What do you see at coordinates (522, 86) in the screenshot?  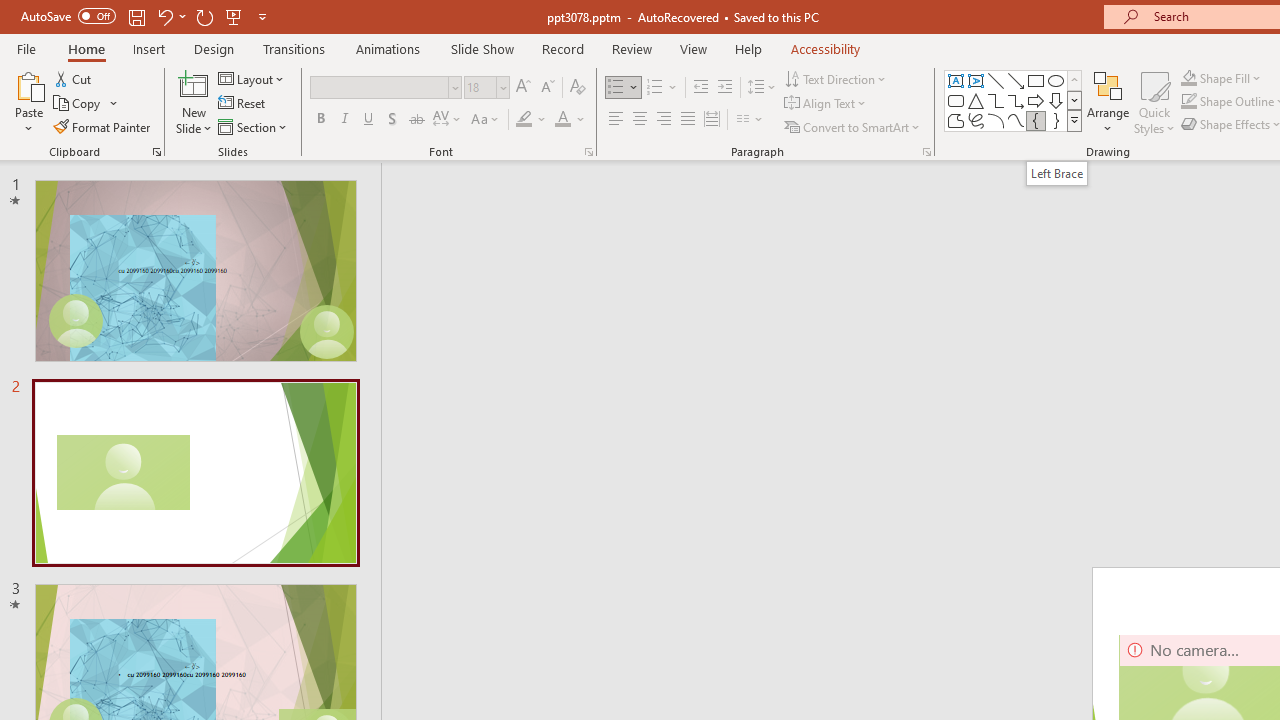 I see `'Increase Font Size'` at bounding box center [522, 86].